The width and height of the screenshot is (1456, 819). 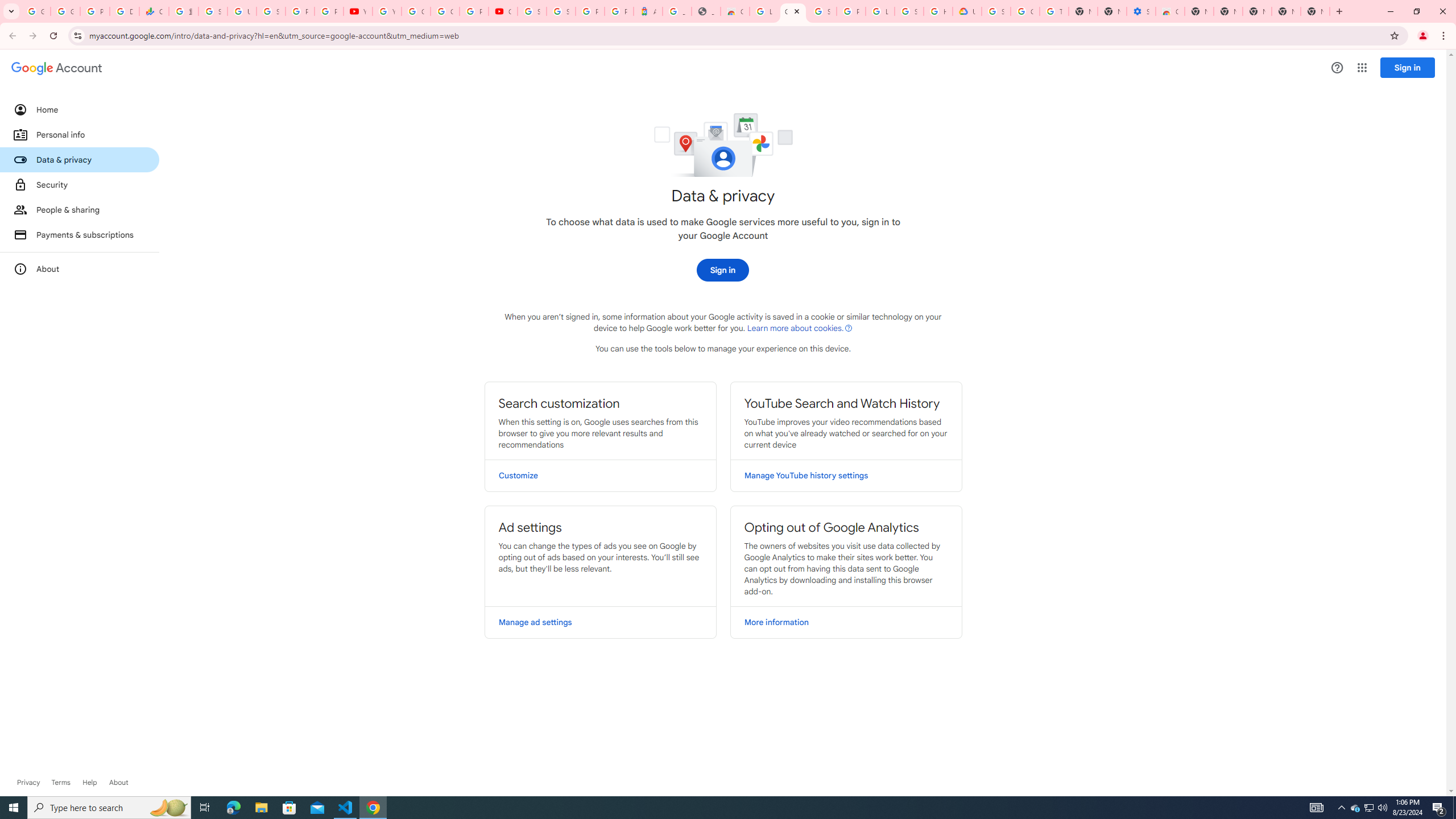 What do you see at coordinates (78, 209) in the screenshot?
I see `'People & sharing'` at bounding box center [78, 209].